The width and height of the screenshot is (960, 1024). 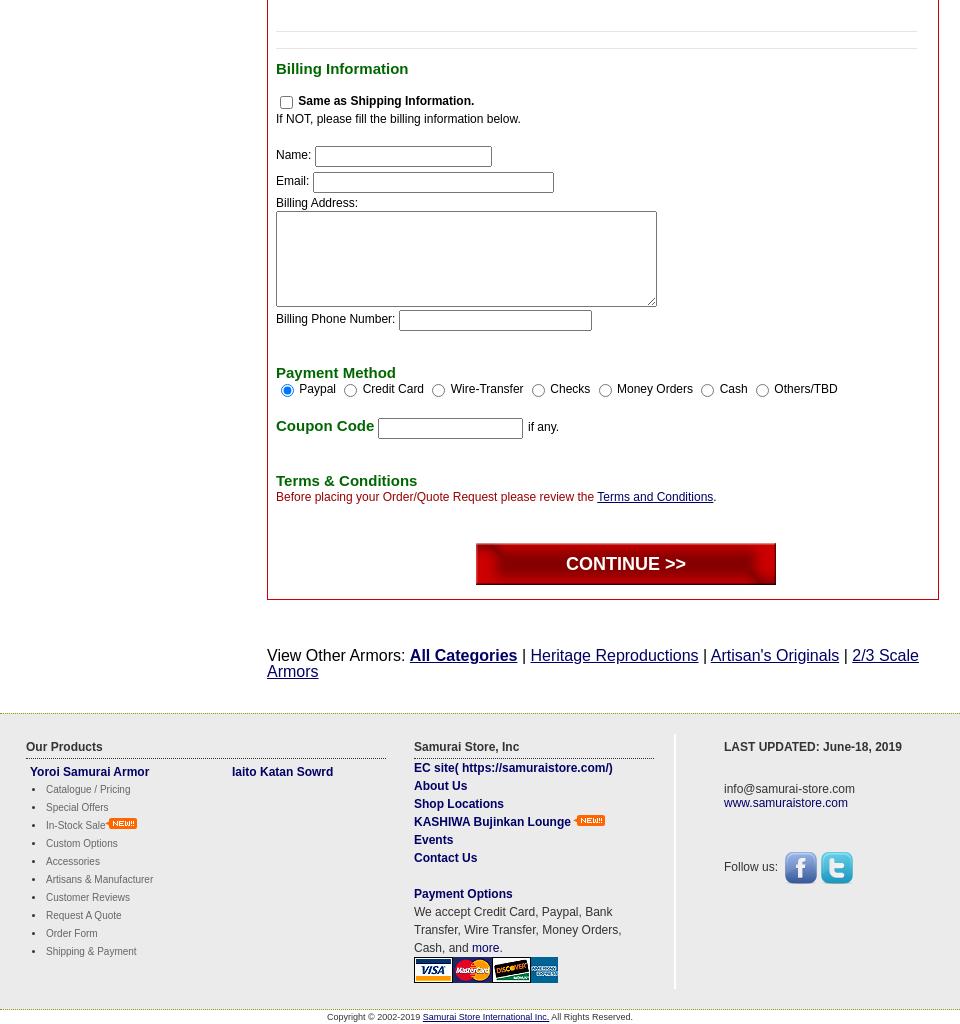 I want to click on 'Payment Method', so click(x=336, y=371).